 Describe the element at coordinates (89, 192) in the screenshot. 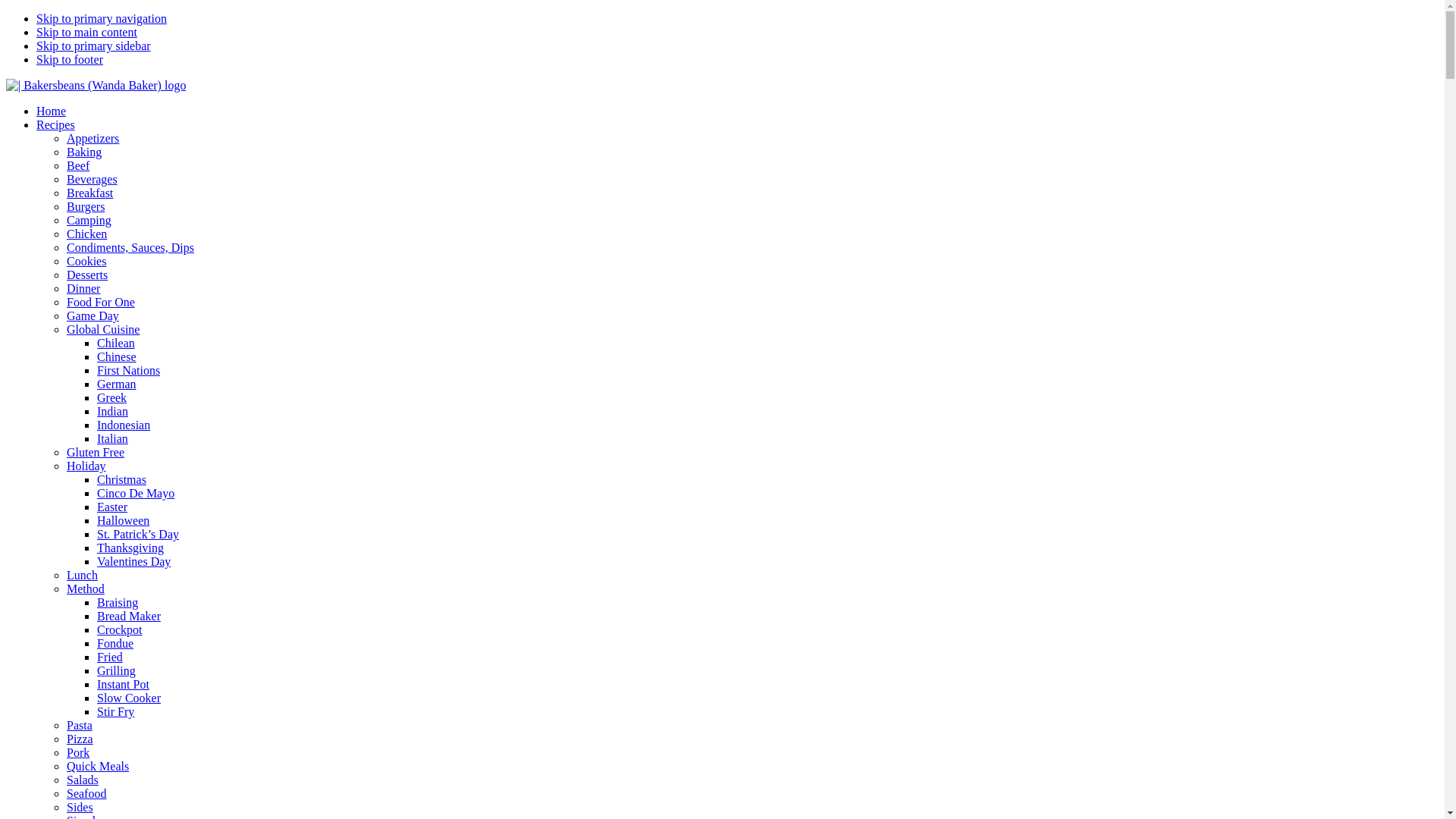

I see `'Breakfast'` at that location.